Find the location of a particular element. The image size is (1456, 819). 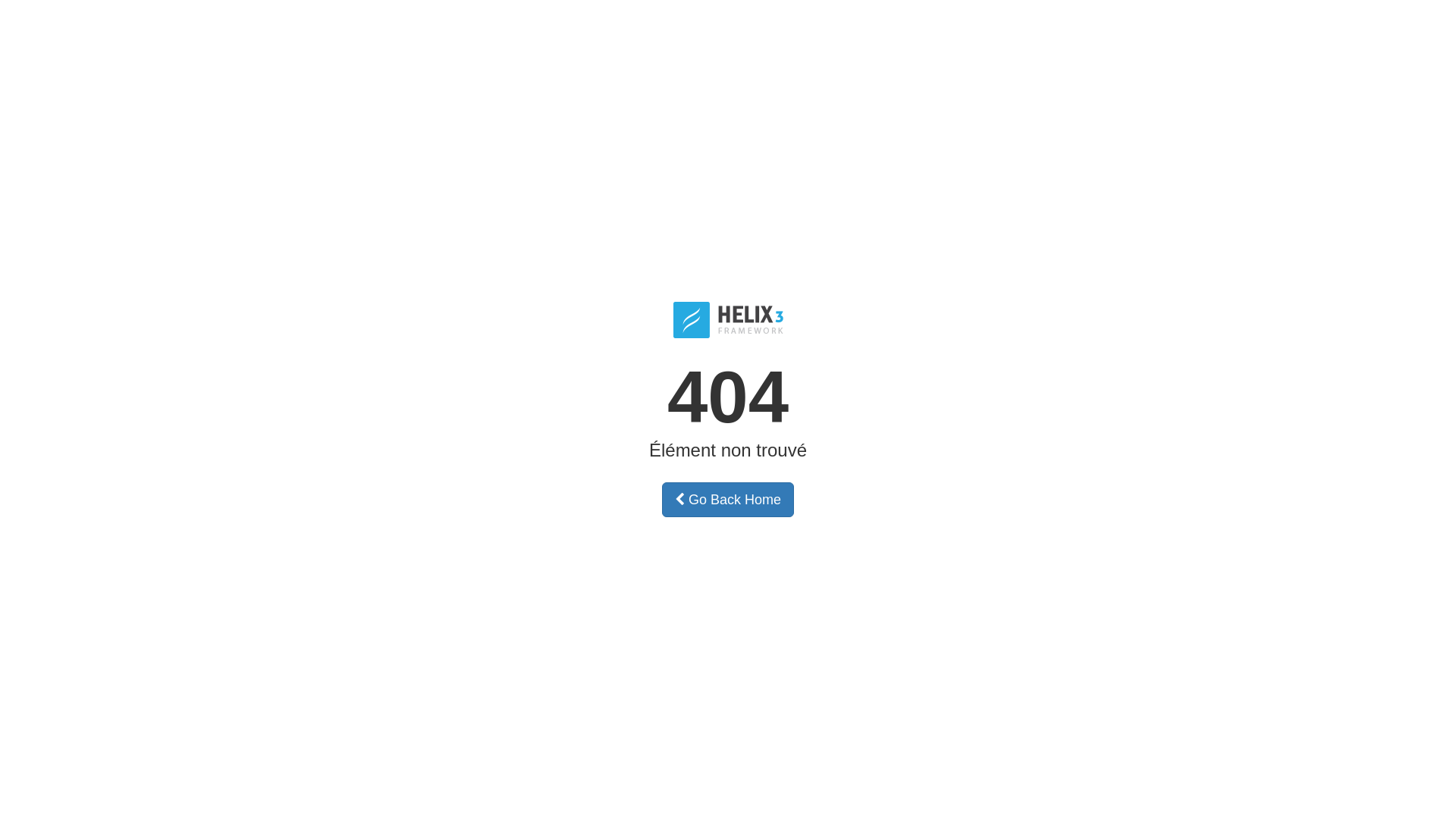

'Go Back Home' is located at coordinates (728, 500).